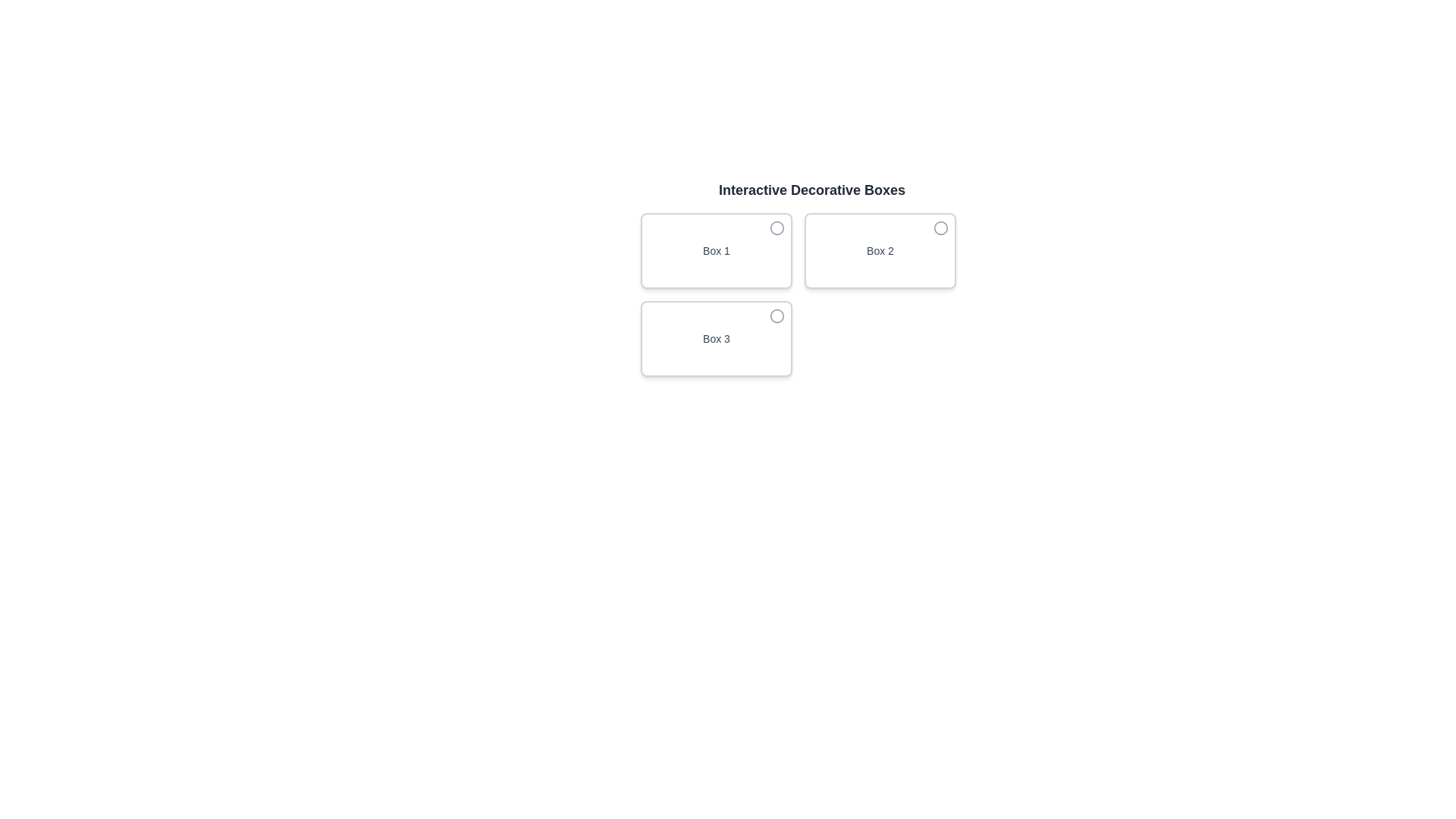 The height and width of the screenshot is (819, 1456). Describe the element at coordinates (940, 227) in the screenshot. I see `the circular icon with a hollow center, rendered as an SVG graphic, located in the top-right corner of 'Box 2'` at that location.